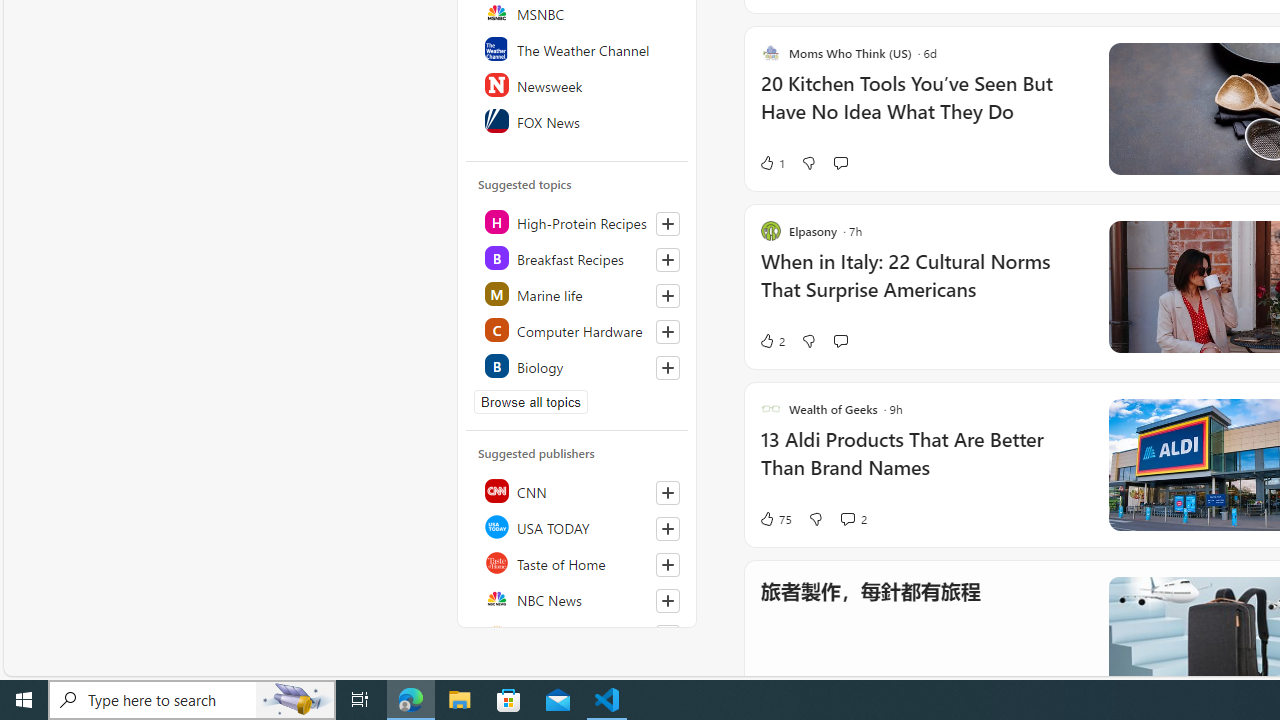 The image size is (1280, 720). What do you see at coordinates (815, 518) in the screenshot?
I see `'Dislike'` at bounding box center [815, 518].